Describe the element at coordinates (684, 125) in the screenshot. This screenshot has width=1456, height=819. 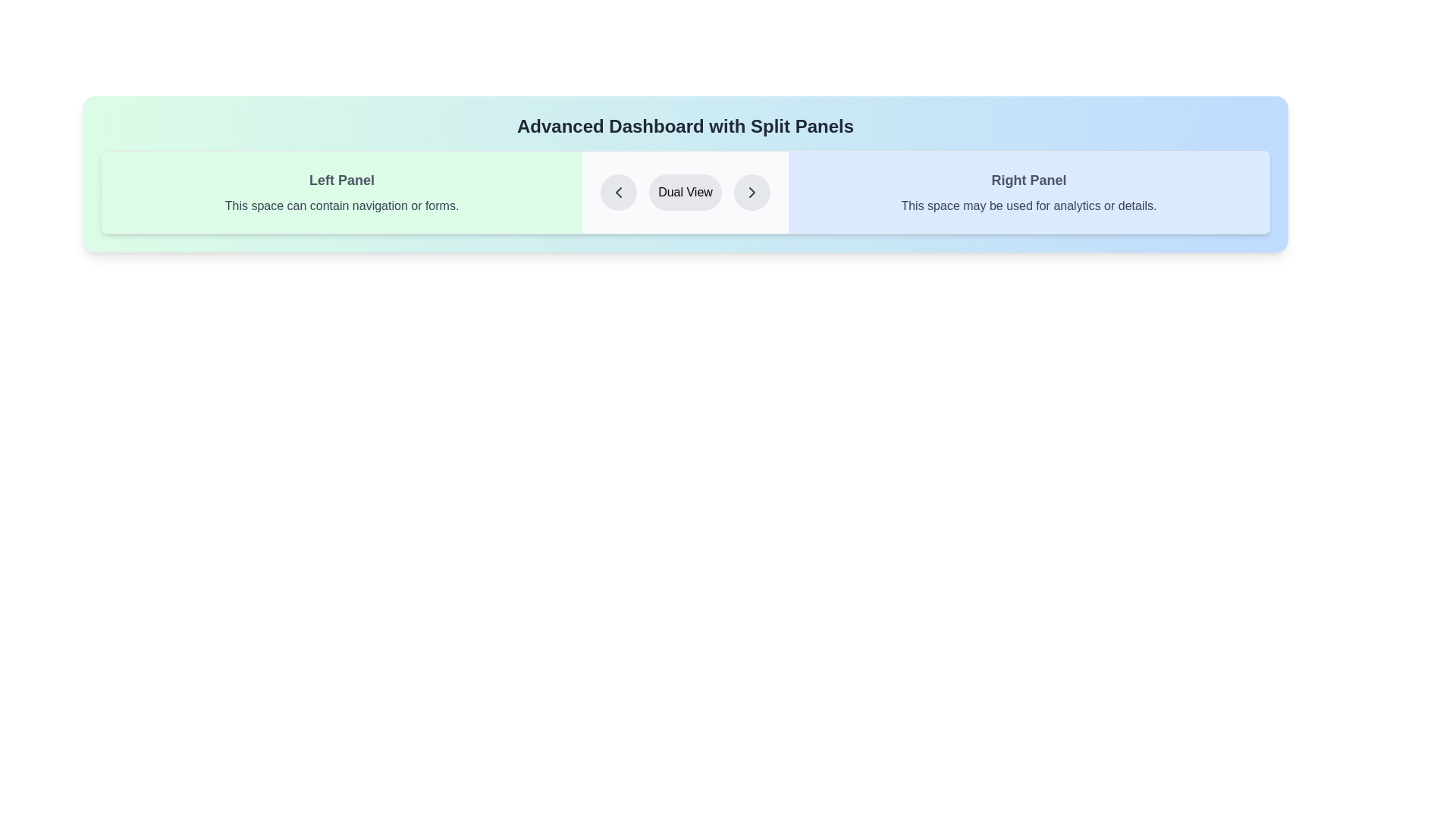
I see `text from the Text Header element that displays 'Advanced Dashboard with Split Panels', which is positioned at the top-middle of the layout` at that location.